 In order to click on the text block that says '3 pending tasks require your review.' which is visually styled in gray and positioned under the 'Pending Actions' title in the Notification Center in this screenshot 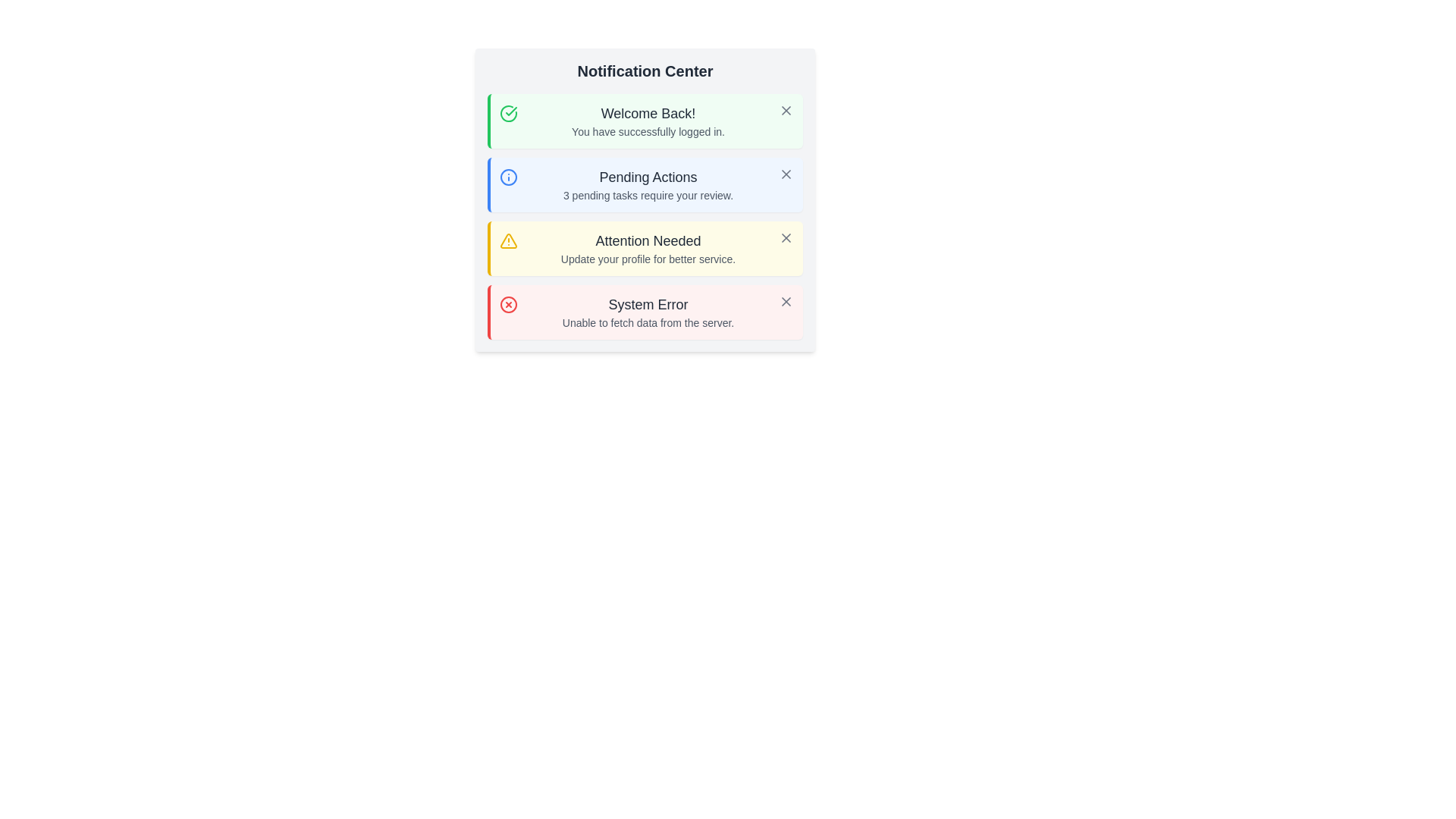, I will do `click(648, 195)`.